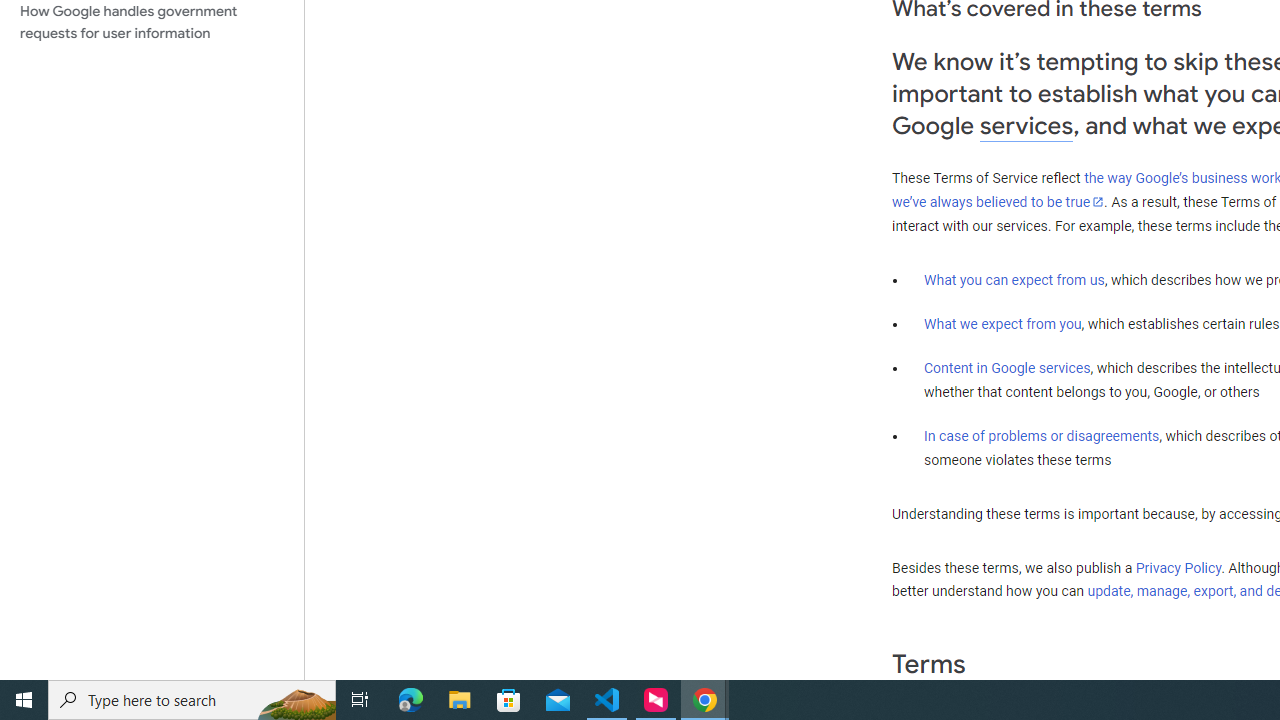 This screenshot has height=720, width=1280. Describe the element at coordinates (1007, 368) in the screenshot. I see `'Content in Google services'` at that location.